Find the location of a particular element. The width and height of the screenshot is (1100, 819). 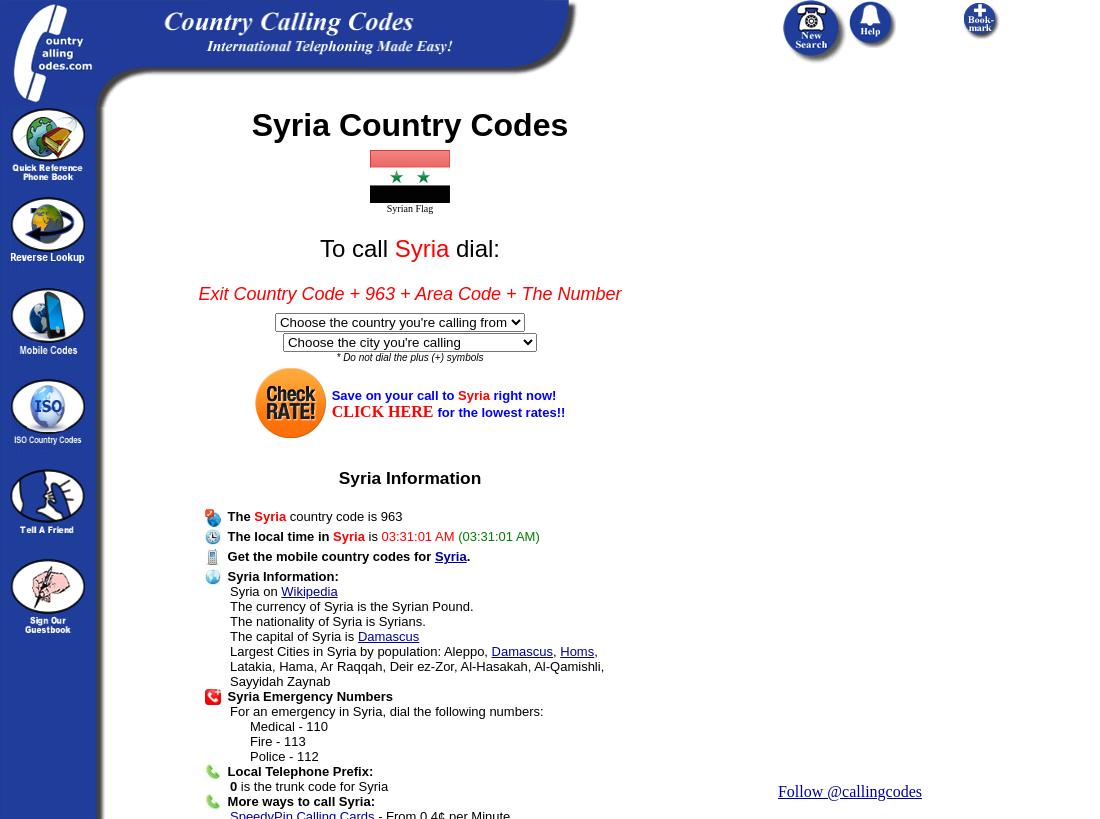

'Homs' is located at coordinates (575, 651).